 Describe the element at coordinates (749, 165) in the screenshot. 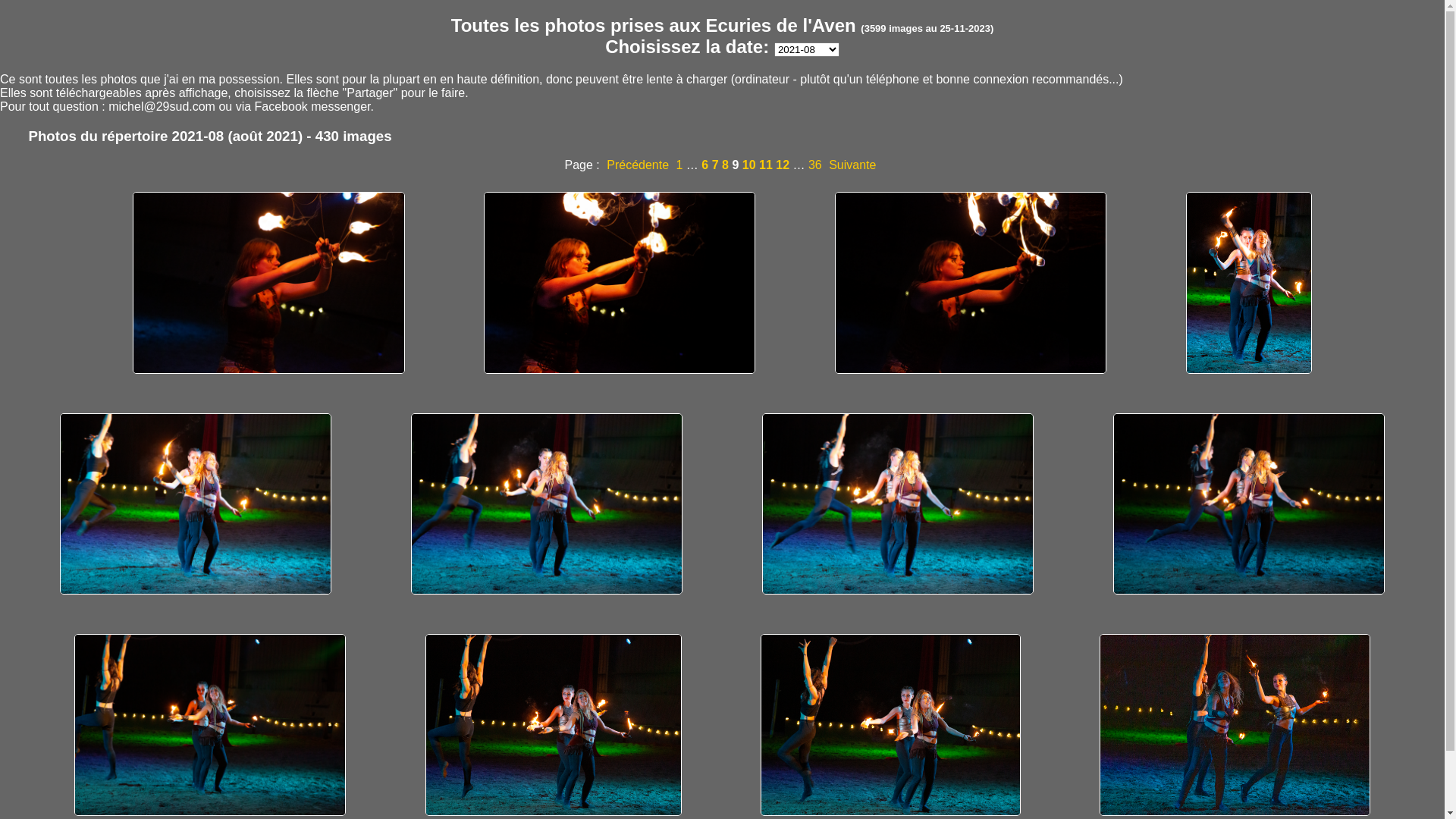

I see `'10'` at that location.